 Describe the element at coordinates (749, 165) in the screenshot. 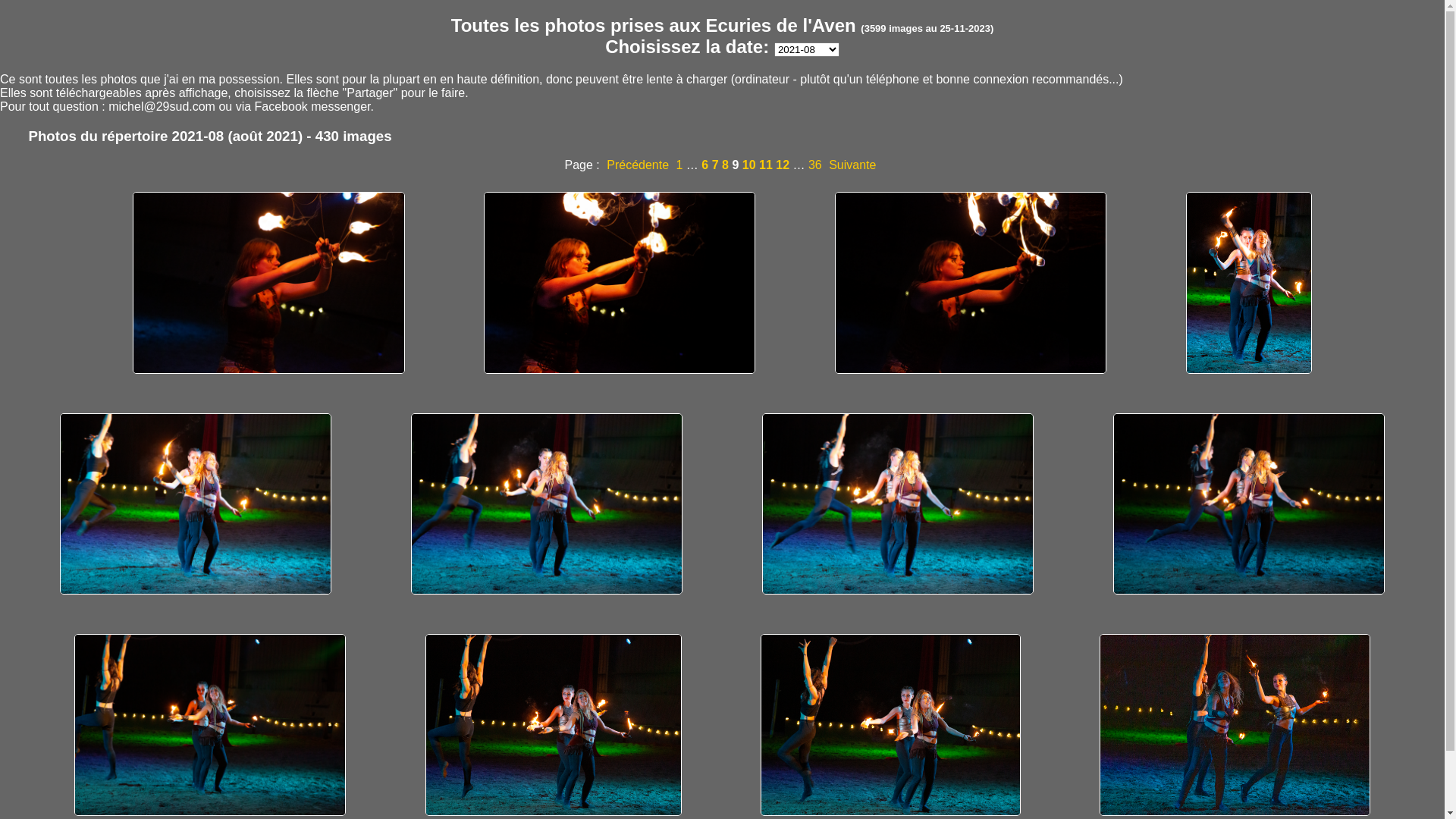

I see `'10'` at that location.